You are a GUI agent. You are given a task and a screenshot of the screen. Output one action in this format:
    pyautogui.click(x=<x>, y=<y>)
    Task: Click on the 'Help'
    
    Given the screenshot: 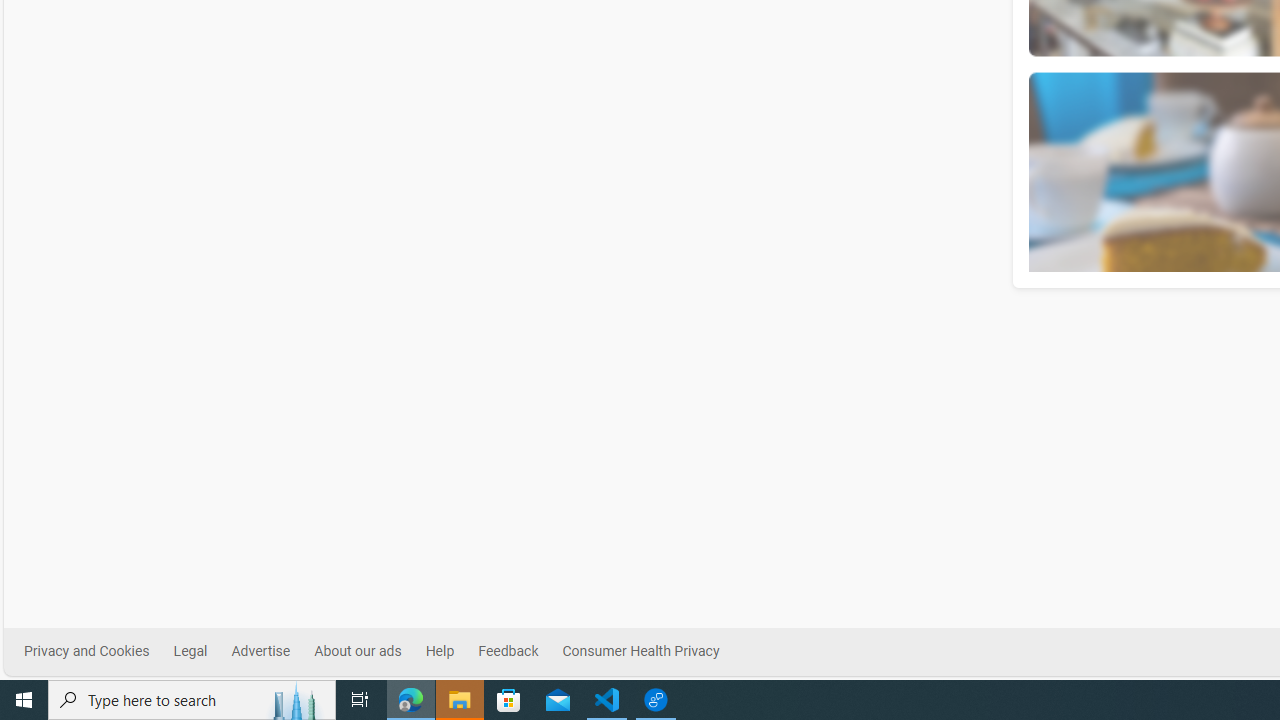 What is the action you would take?
    pyautogui.click(x=450, y=651)
    